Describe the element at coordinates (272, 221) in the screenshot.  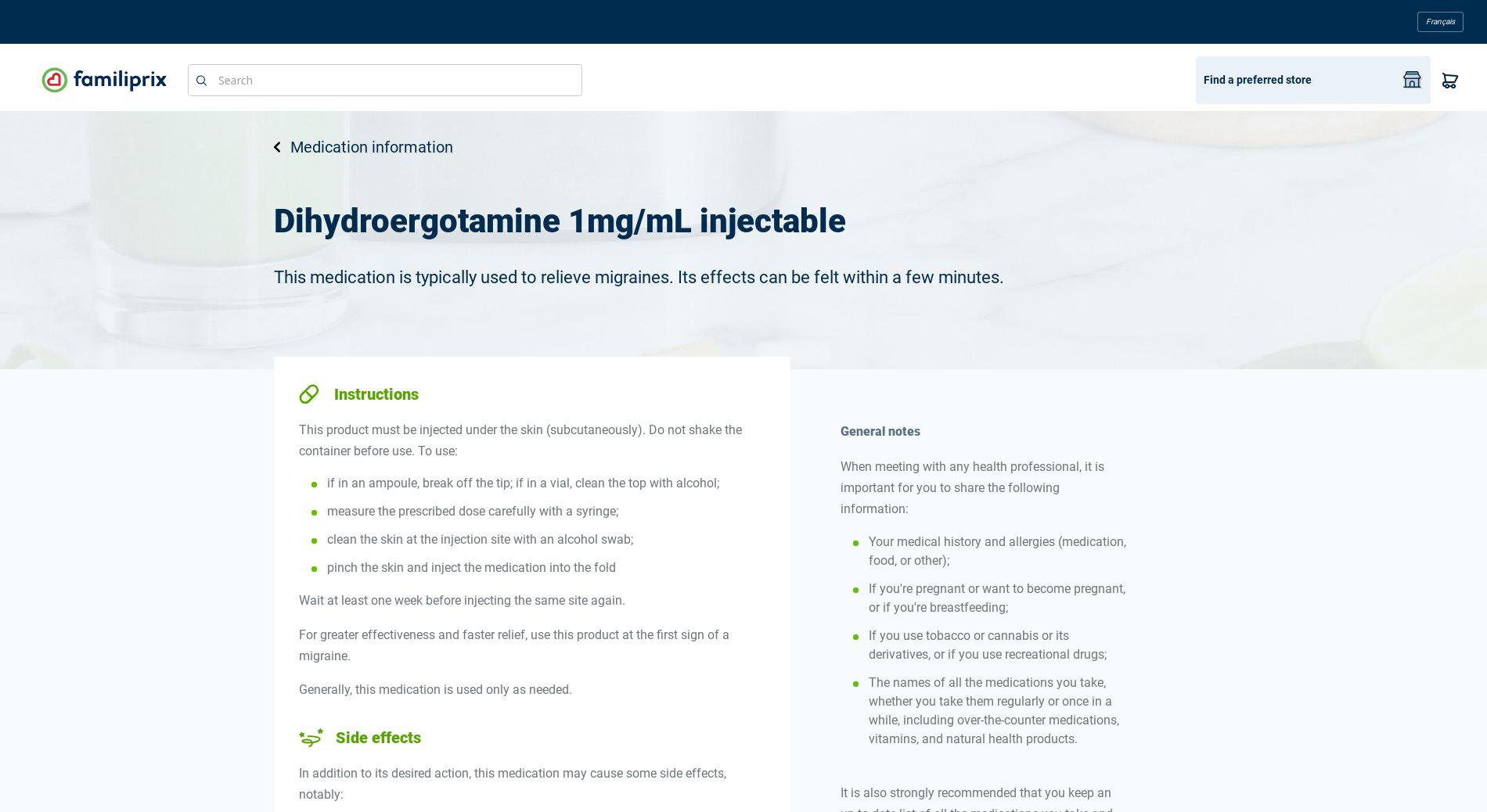
I see `'Dihydroergotamine 1mg/mL injectable'` at that location.